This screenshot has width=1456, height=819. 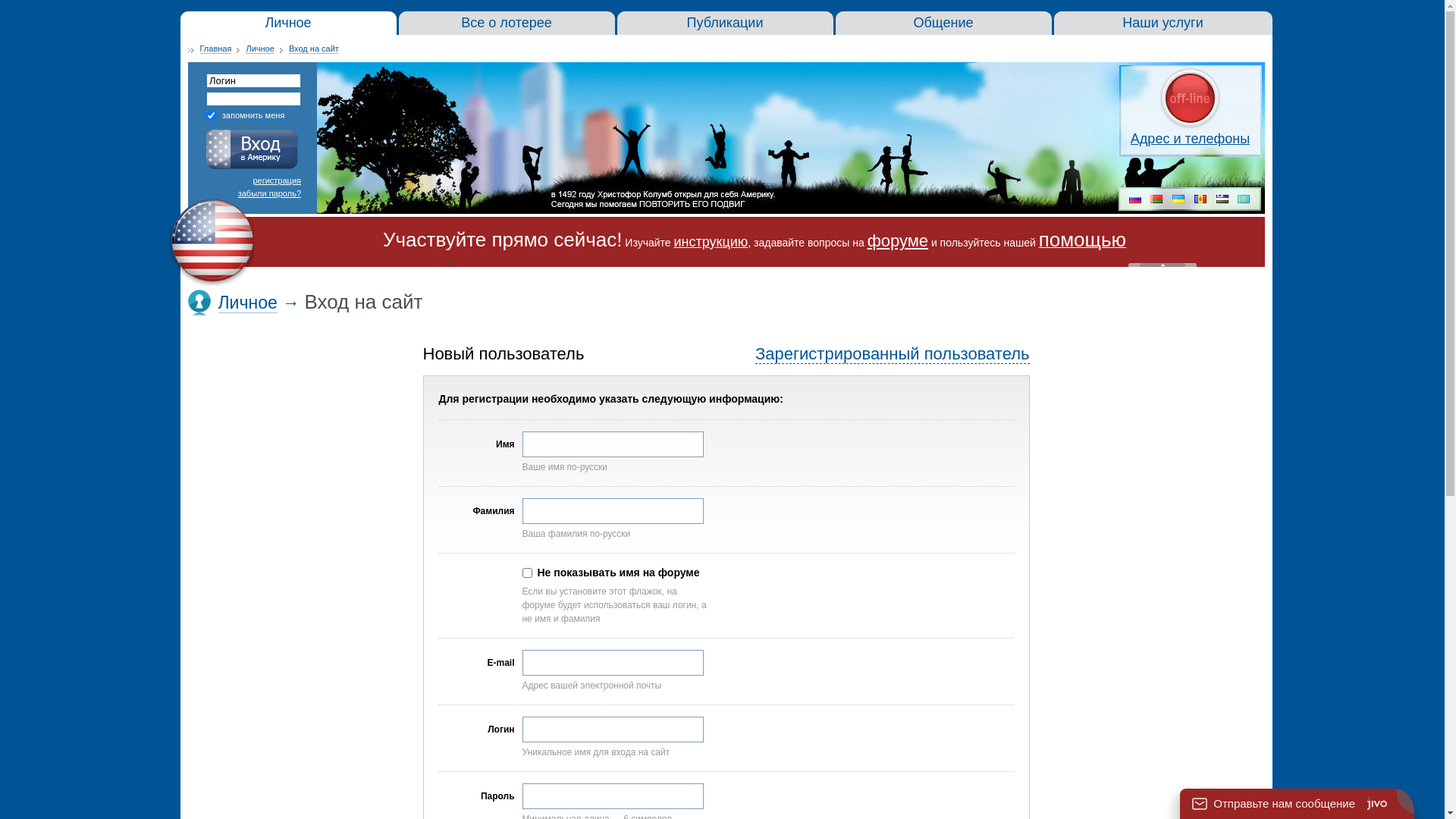 What do you see at coordinates (1156, 199) in the screenshot?
I see `'by'` at bounding box center [1156, 199].